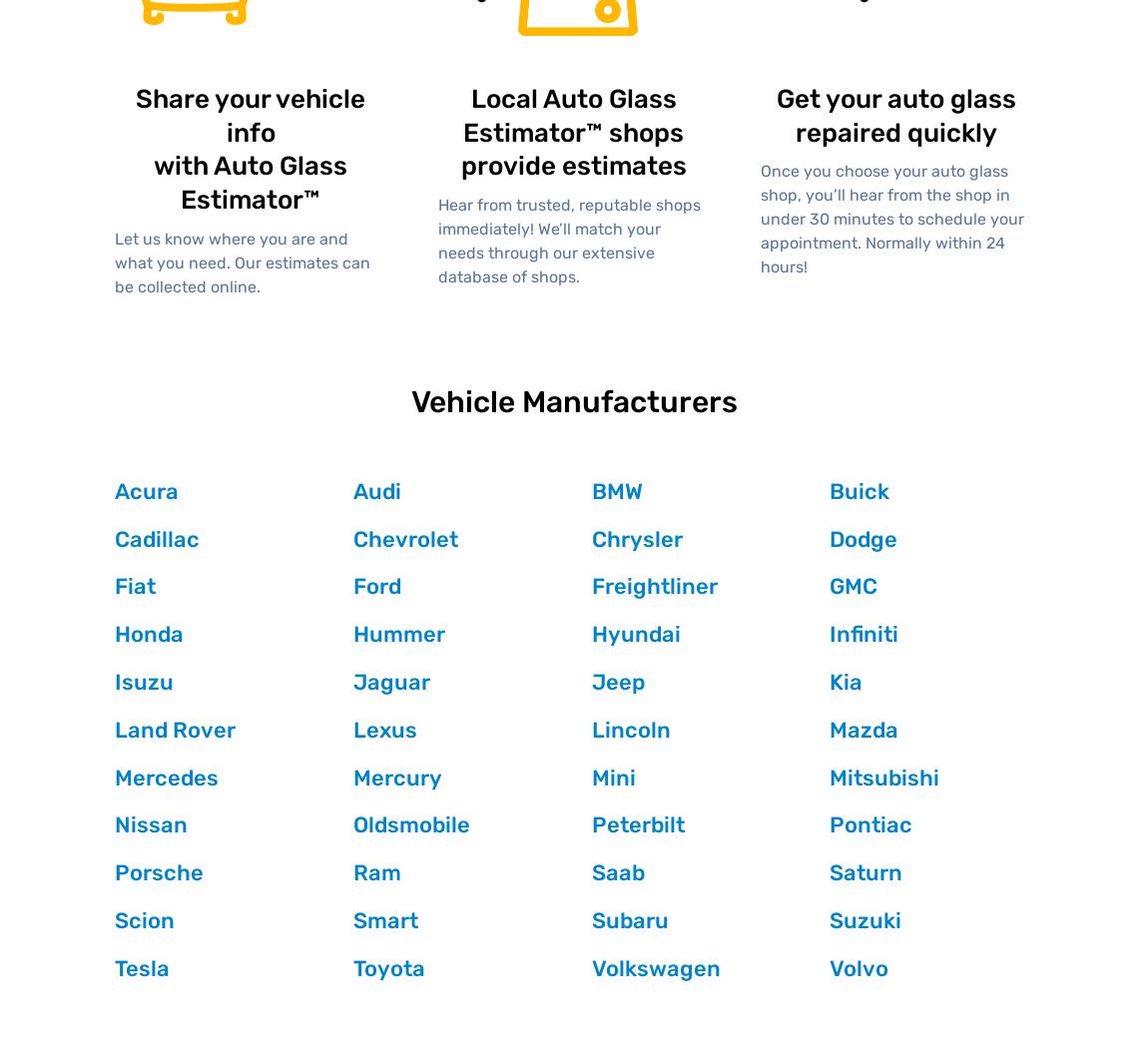  Describe the element at coordinates (250, 182) in the screenshot. I see `'with Auto Glass Estimator™'` at that location.